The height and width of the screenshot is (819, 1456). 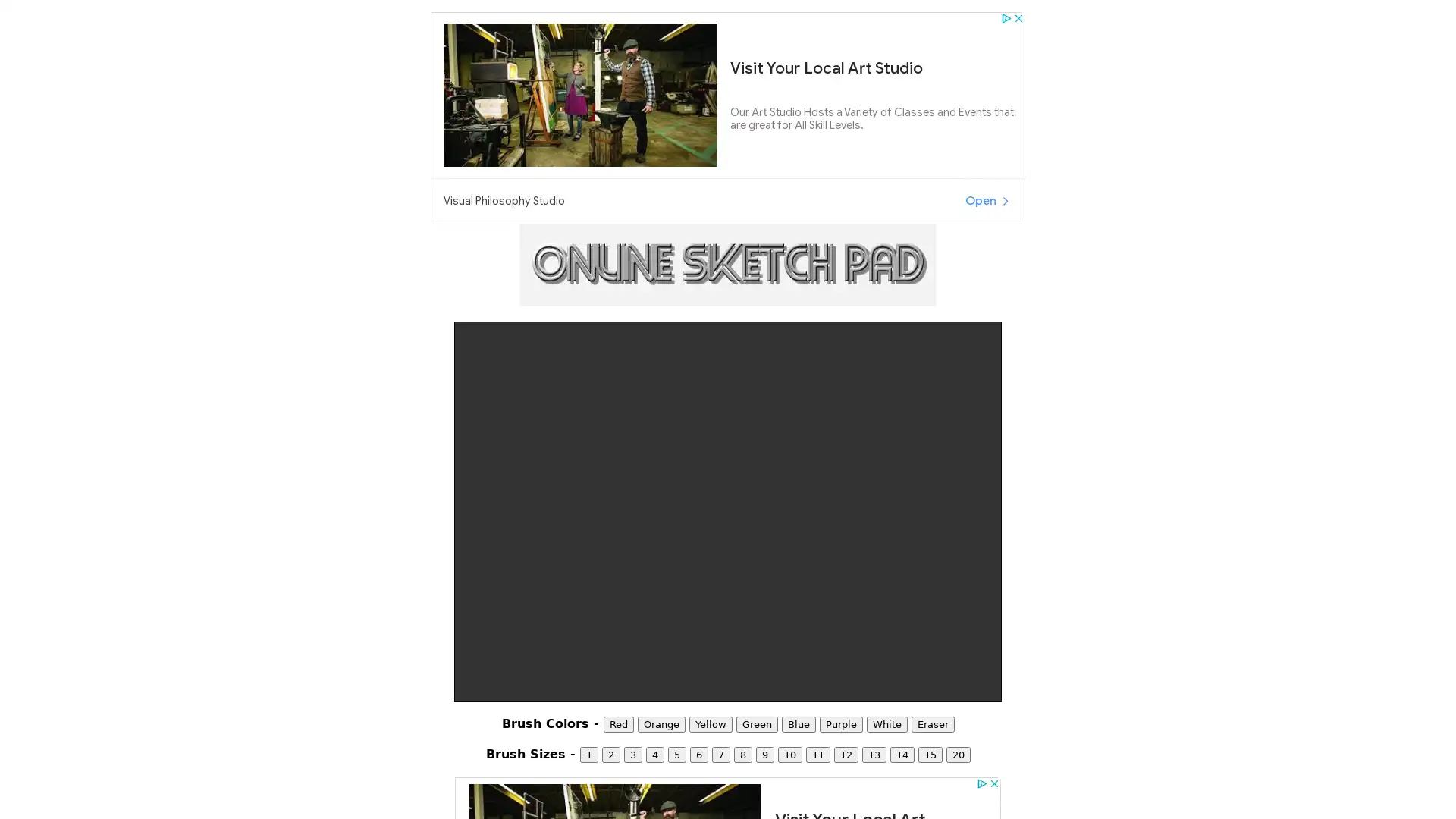 What do you see at coordinates (839, 723) in the screenshot?
I see `Purple` at bounding box center [839, 723].